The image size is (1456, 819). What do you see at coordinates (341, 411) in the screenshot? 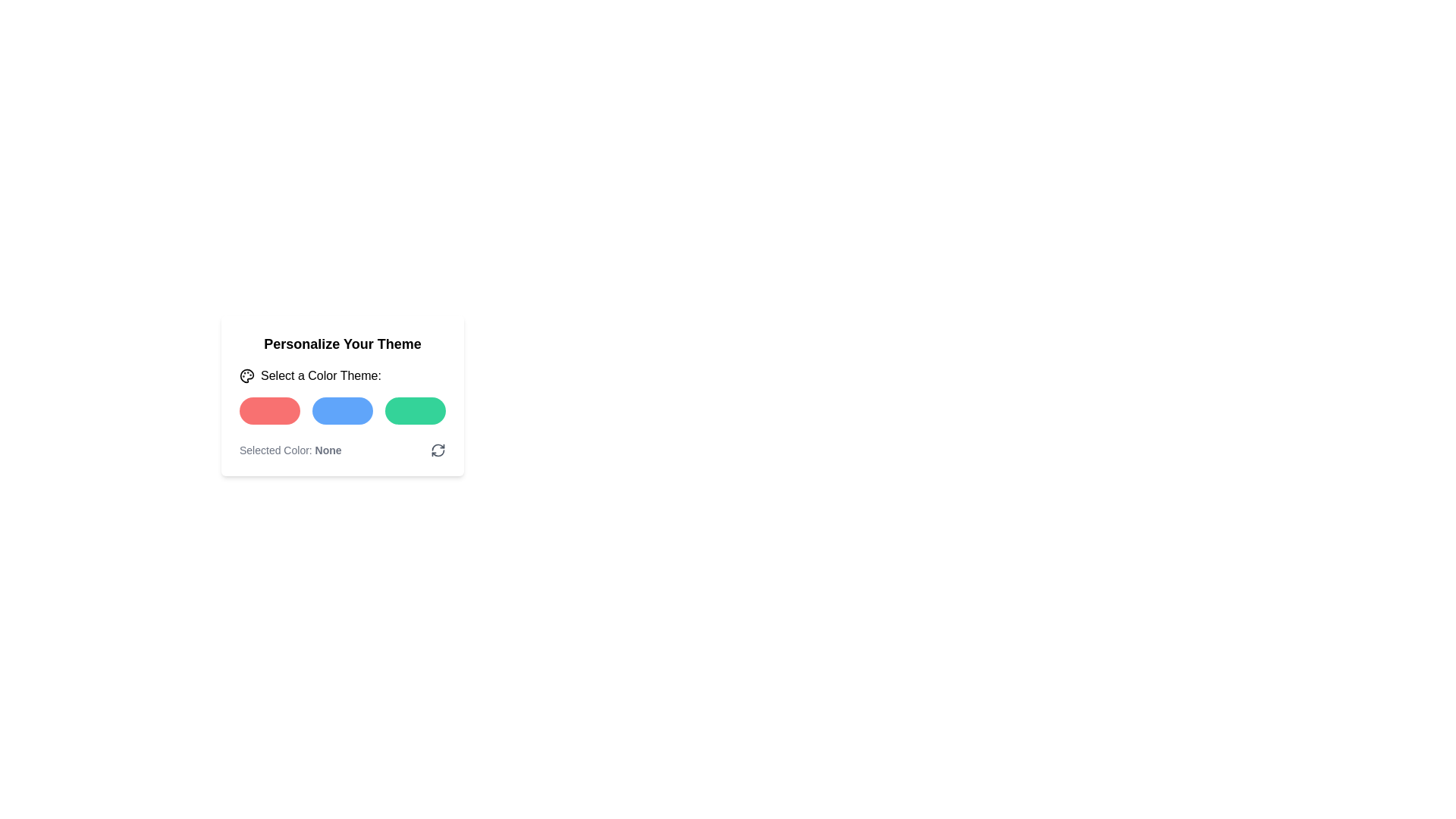
I see `the circular blue button located at the bottom-center of the interface section` at bounding box center [341, 411].